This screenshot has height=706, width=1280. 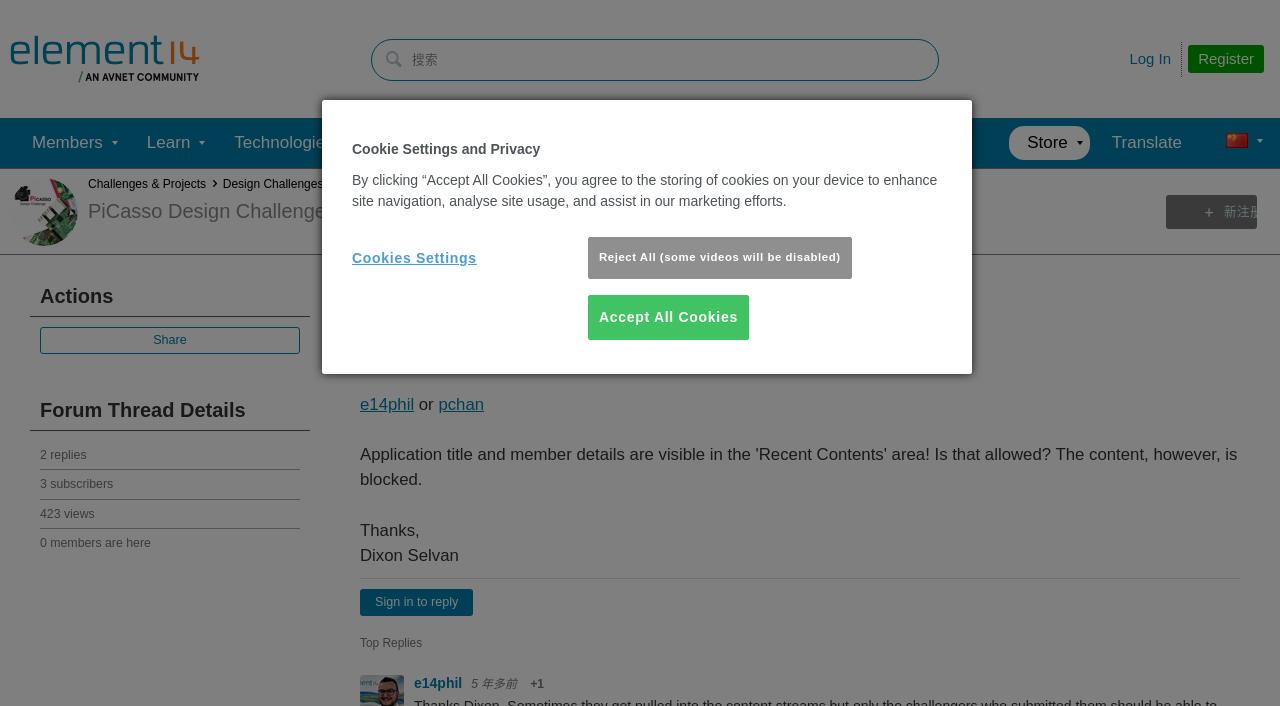 What do you see at coordinates (76, 483) in the screenshot?
I see `'3 subscribers'` at bounding box center [76, 483].